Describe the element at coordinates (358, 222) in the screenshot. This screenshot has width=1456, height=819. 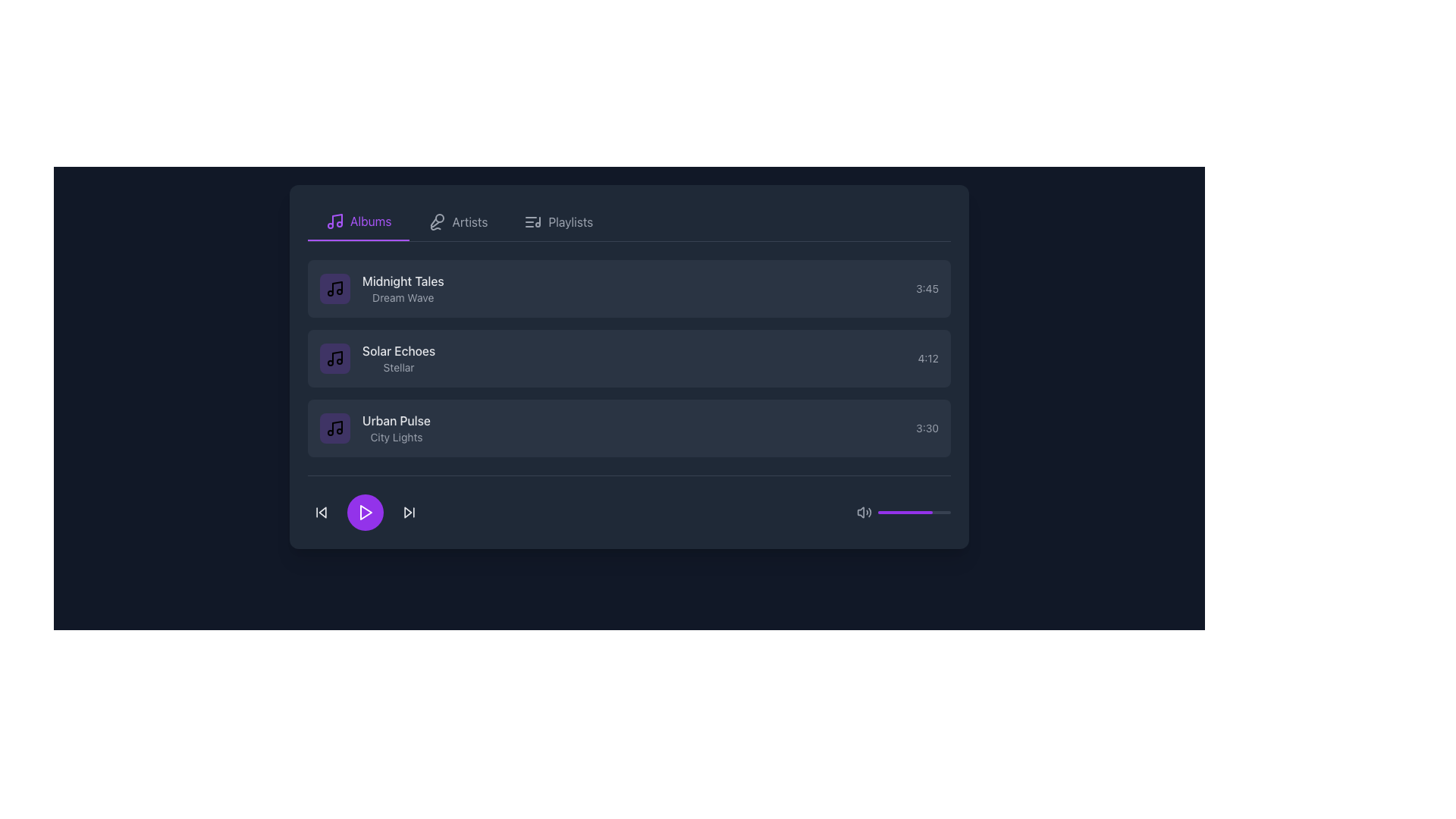
I see `the active 'Albums' tab in the navigation bar, which features a purple music note icon and highlighted purple text` at that location.